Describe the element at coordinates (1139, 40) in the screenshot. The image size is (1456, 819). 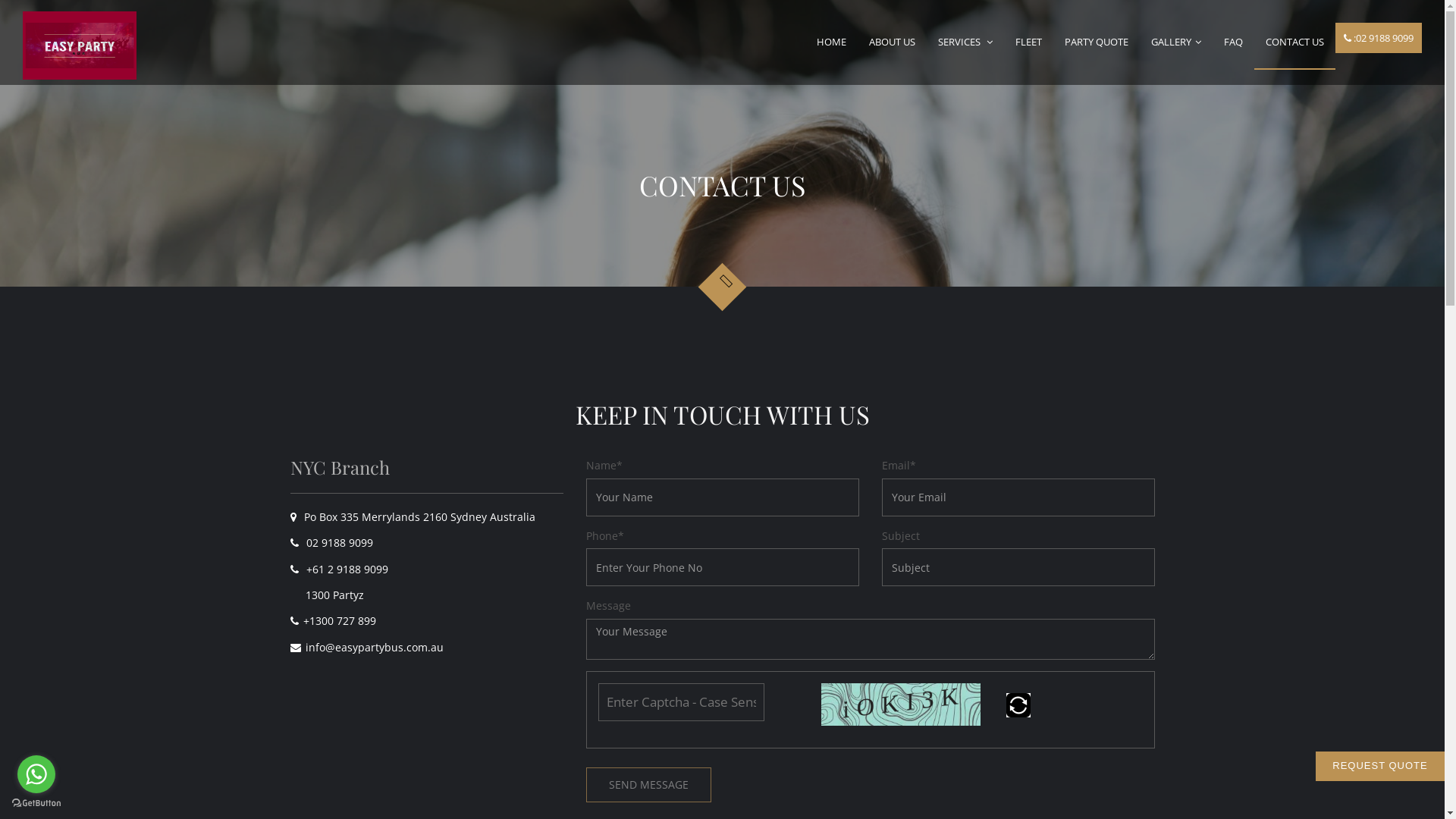
I see `'GALLERY'` at that location.